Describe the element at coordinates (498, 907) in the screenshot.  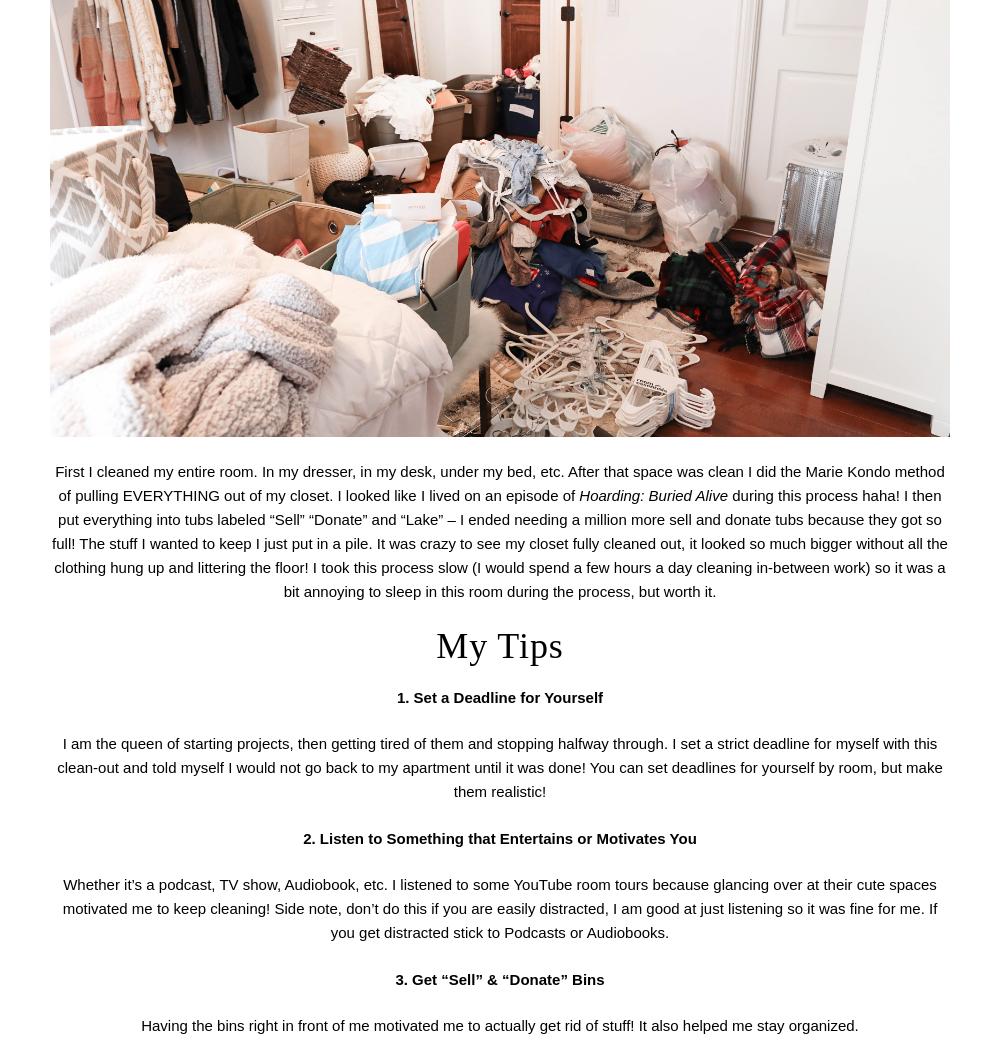
I see `'Whether it’s a podcast, TV show, Audiobook, etc. I listened to some YouTube room tours because glancing over at their cute spaces motivated me to keep cleaning! Side note, don’t do this if you are easily distracted, I am good at just listening so it was fine for me. If you get distracted stick to Podcasts or Audiobooks.'` at that location.